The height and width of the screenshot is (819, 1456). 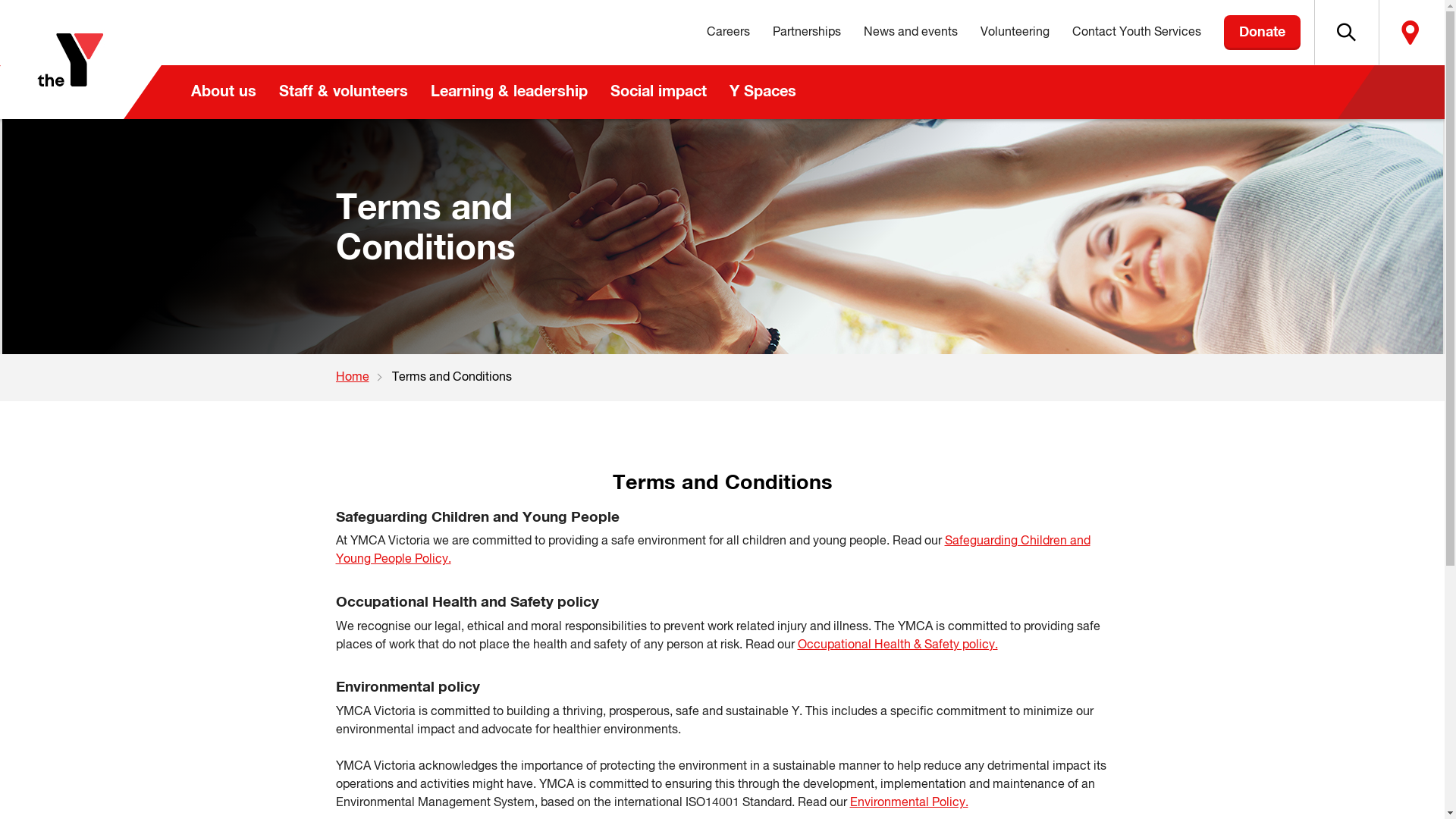 I want to click on 'Contact Youth Services', so click(x=1135, y=32).